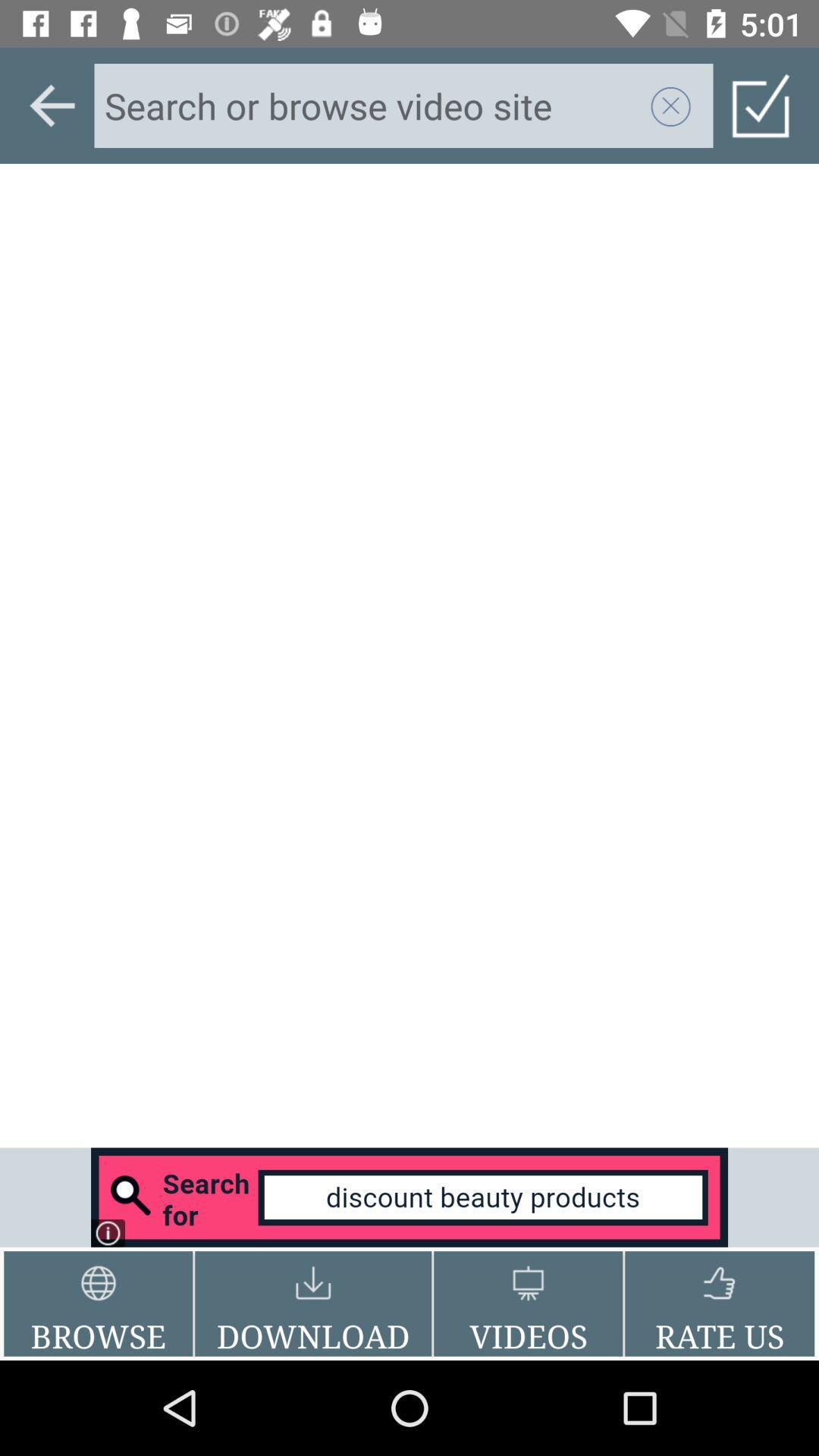 This screenshot has width=819, height=1456. Describe the element at coordinates (409, 1197) in the screenshot. I see `open search bar` at that location.